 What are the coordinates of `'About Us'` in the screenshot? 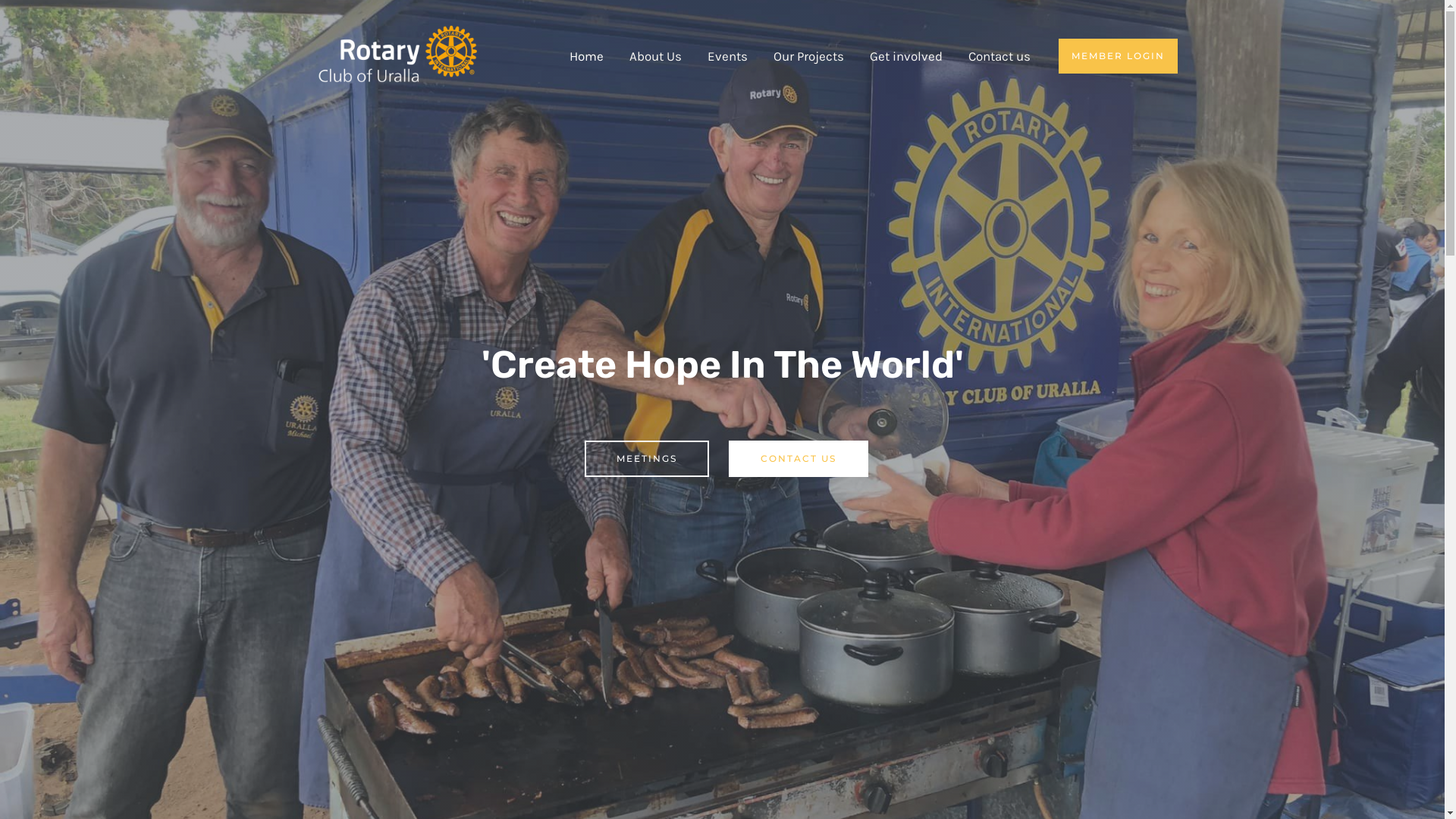 It's located at (654, 55).